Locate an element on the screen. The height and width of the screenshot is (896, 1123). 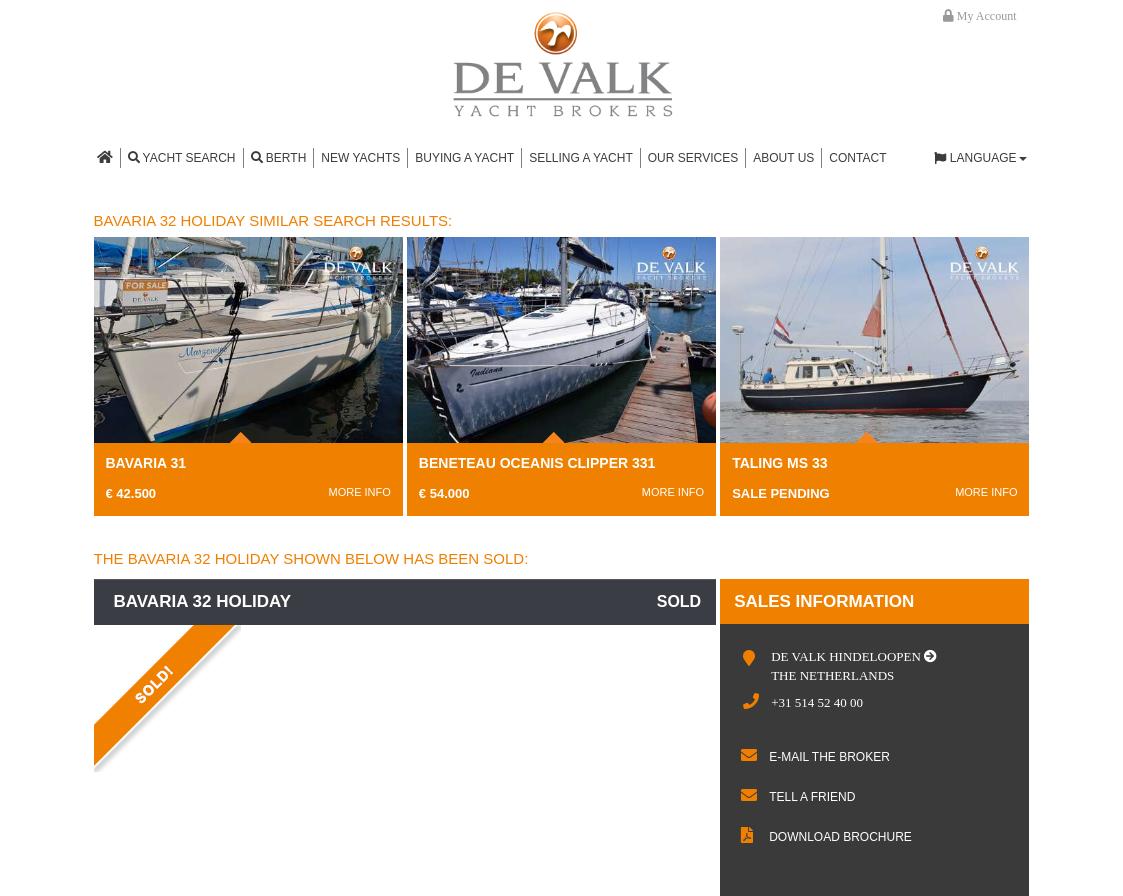
'e-mail the broker' is located at coordinates (827, 757).